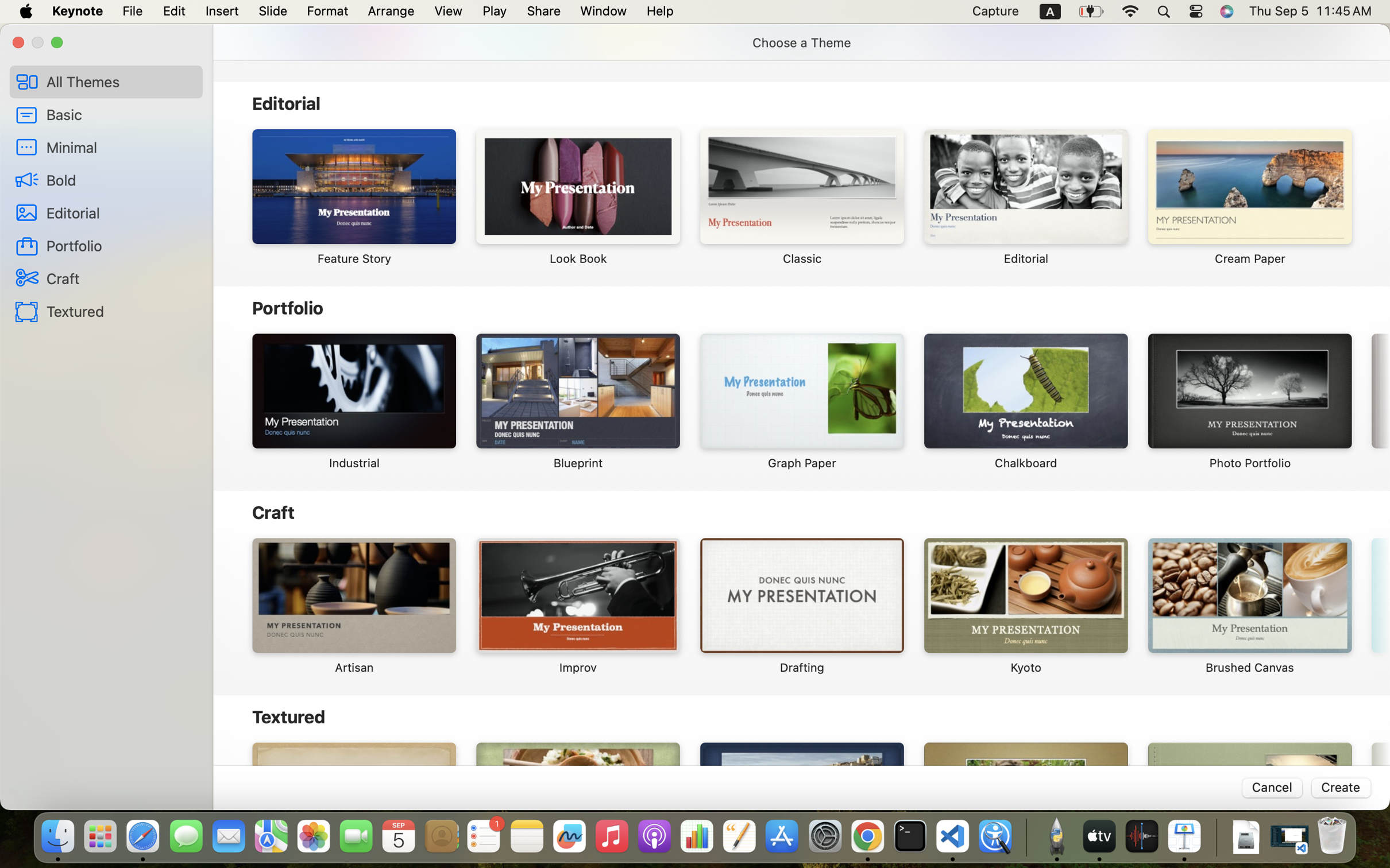 This screenshot has width=1390, height=868. Describe the element at coordinates (801, 42) in the screenshot. I see `'Choose a Theme'` at that location.